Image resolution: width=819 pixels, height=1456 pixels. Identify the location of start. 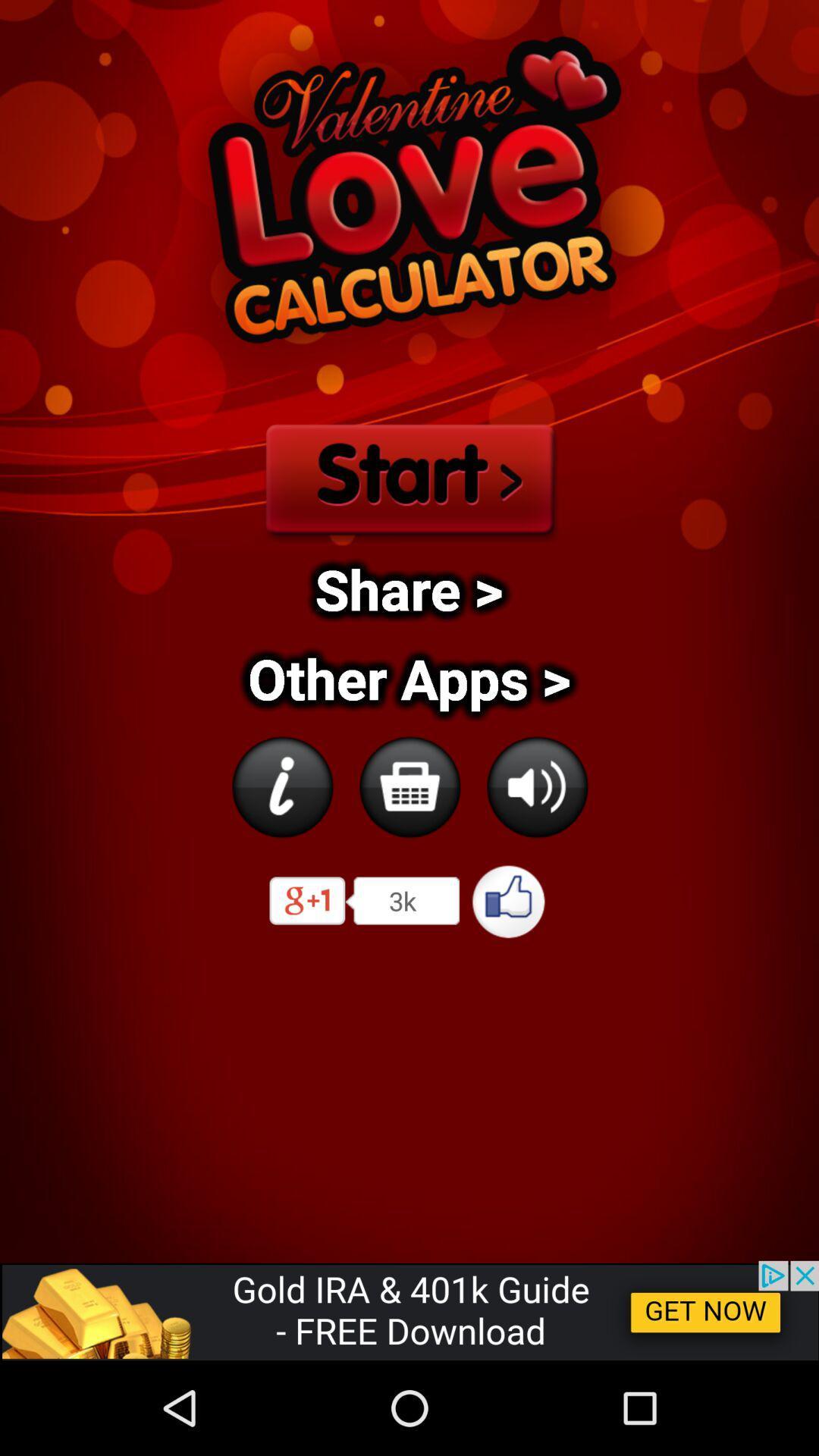
(408, 475).